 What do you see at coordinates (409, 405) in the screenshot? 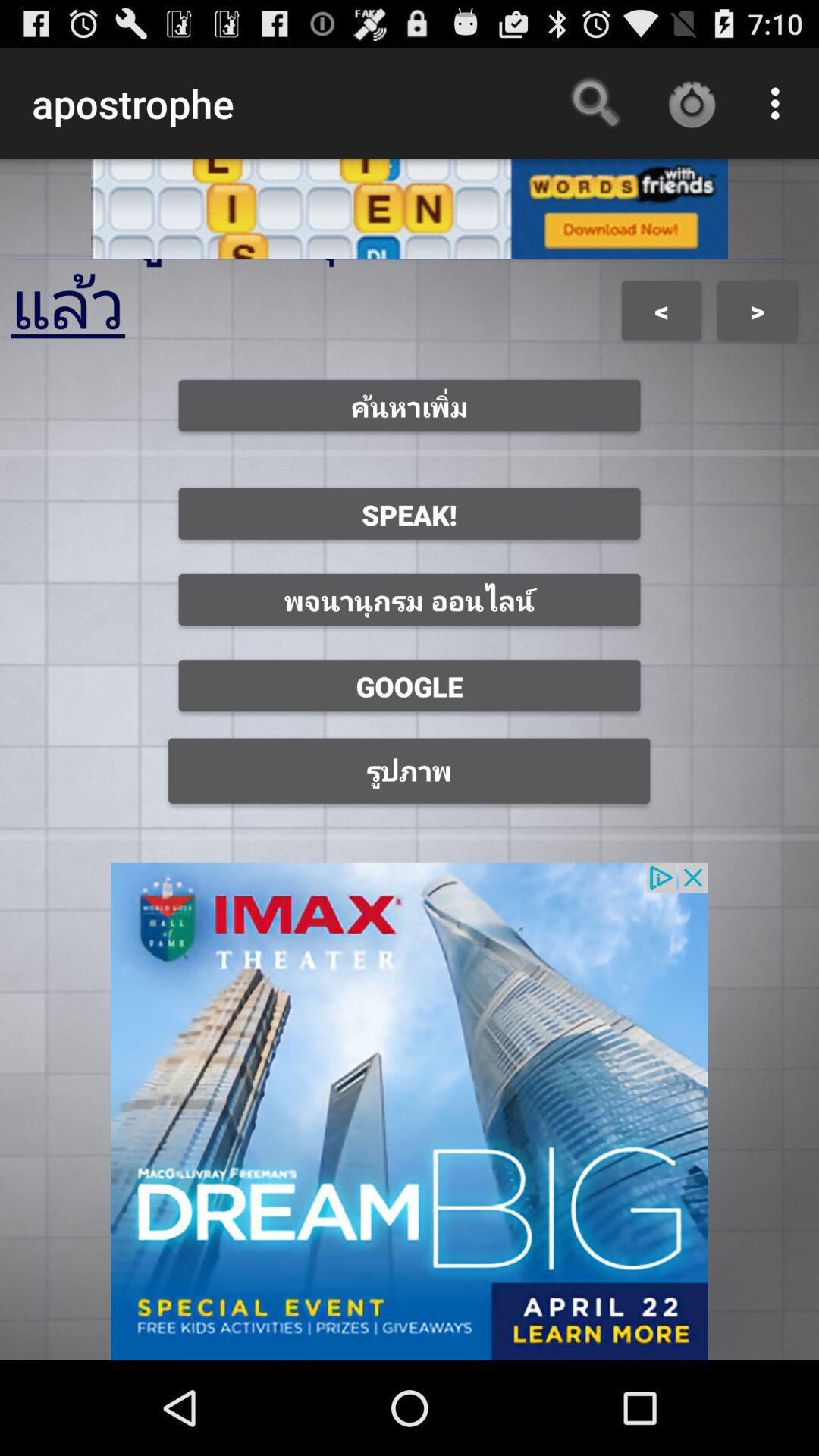
I see `first option` at bounding box center [409, 405].